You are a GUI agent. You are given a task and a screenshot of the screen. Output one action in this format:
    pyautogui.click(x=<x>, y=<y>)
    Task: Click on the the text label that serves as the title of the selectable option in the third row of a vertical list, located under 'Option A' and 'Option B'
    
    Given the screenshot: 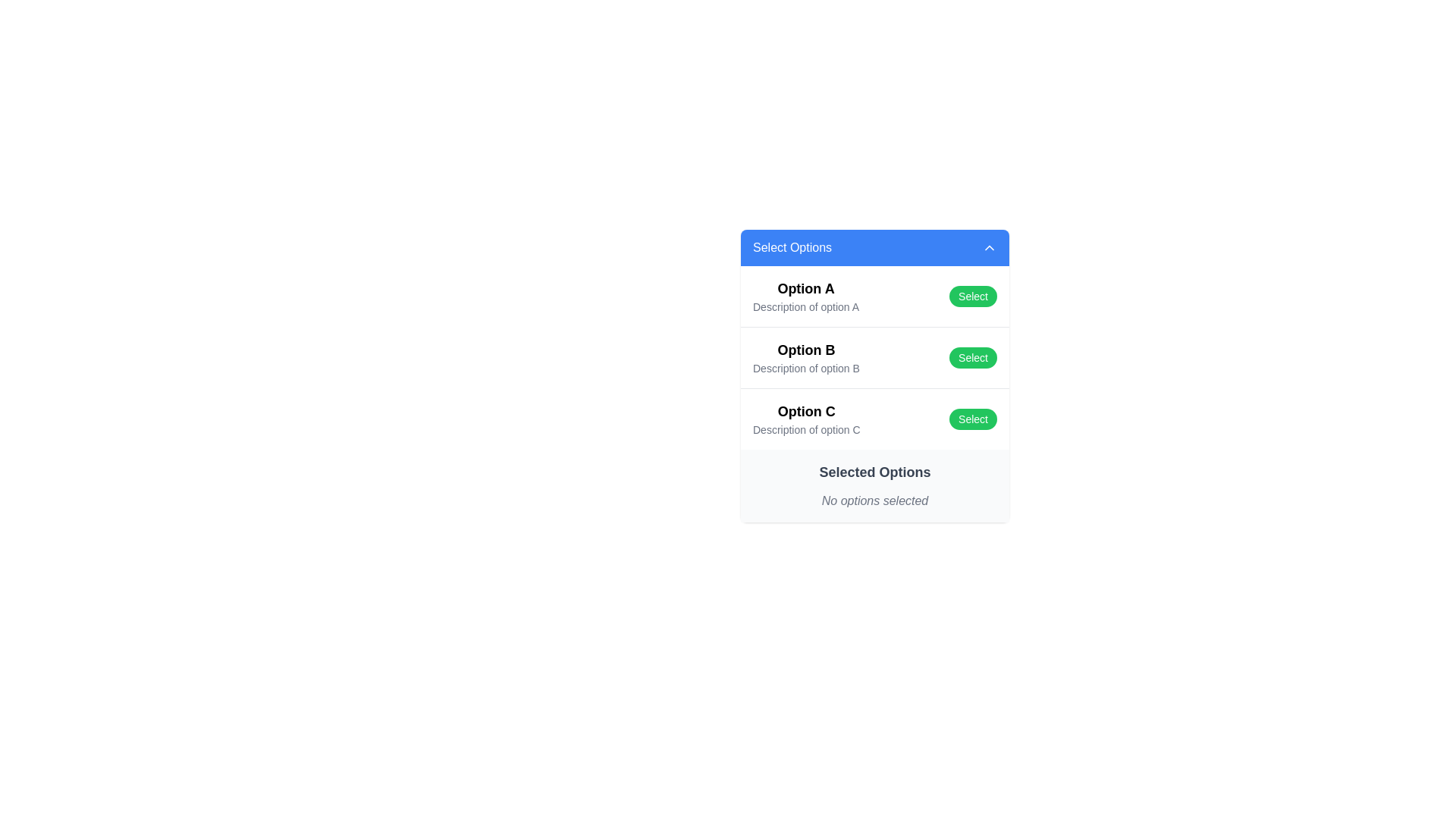 What is the action you would take?
    pyautogui.click(x=805, y=412)
    